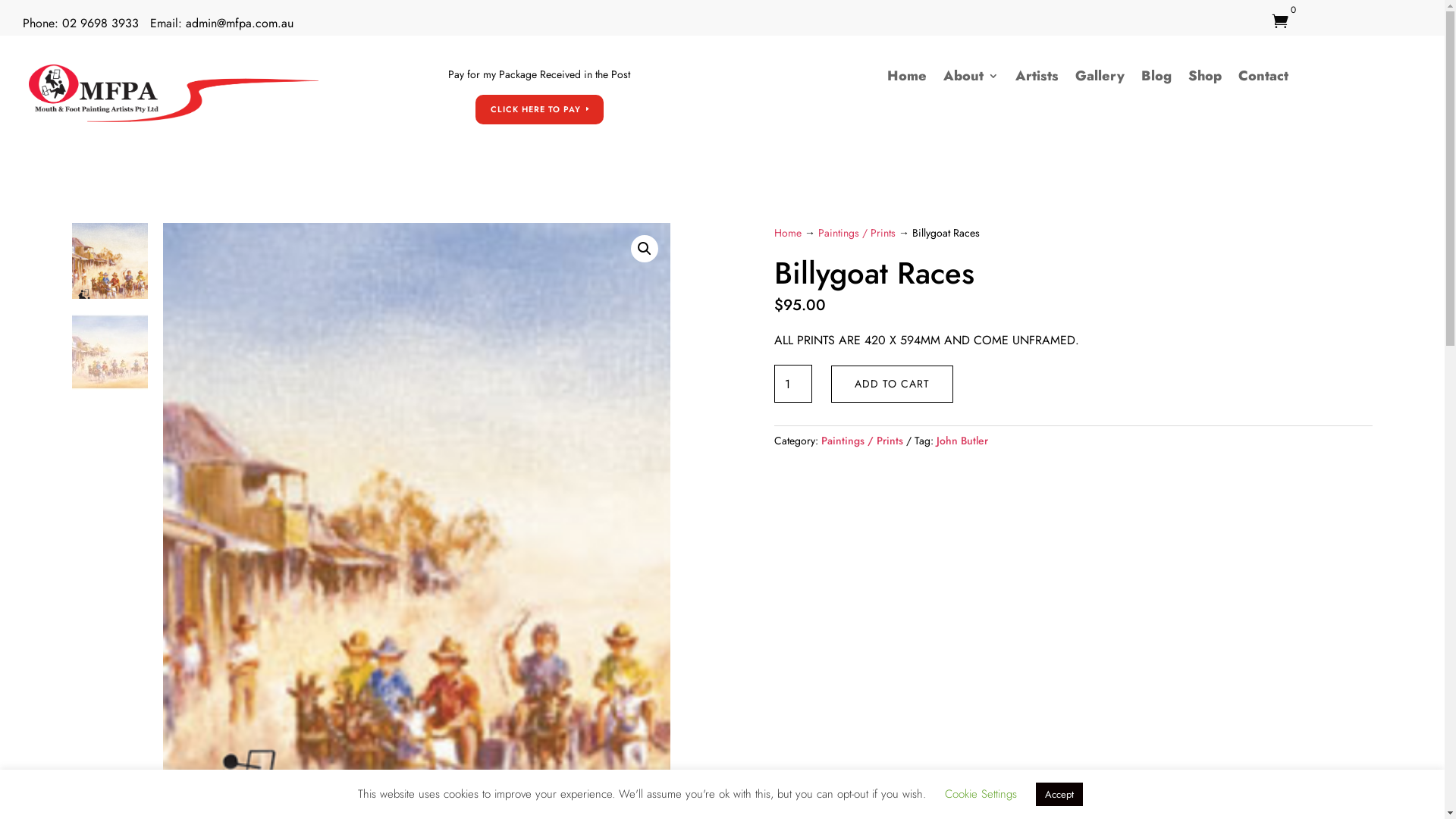 The image size is (1456, 819). What do you see at coordinates (906, 79) in the screenshot?
I see `'Home'` at bounding box center [906, 79].